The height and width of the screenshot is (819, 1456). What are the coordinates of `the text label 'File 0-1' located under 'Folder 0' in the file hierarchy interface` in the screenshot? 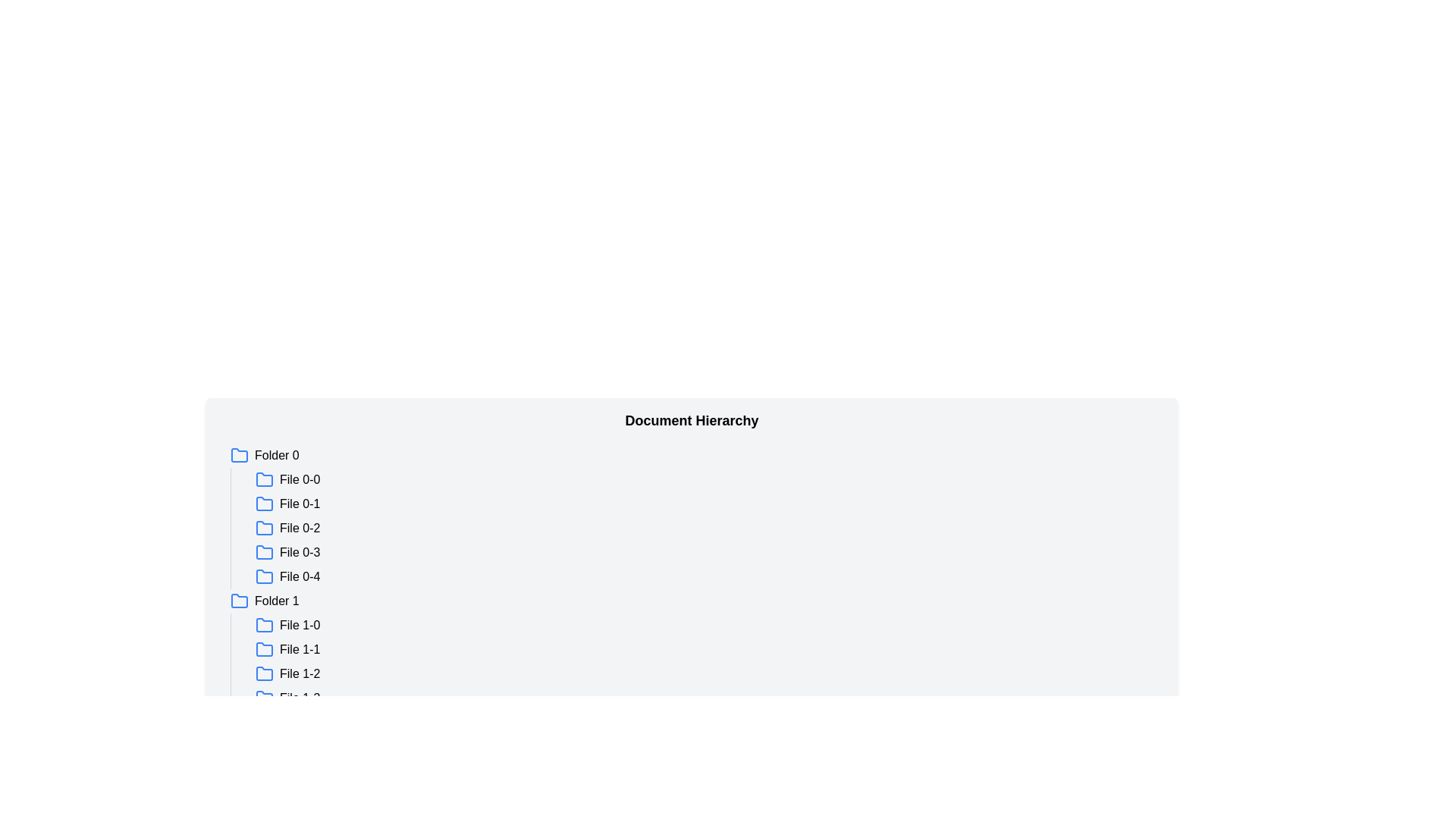 It's located at (300, 504).